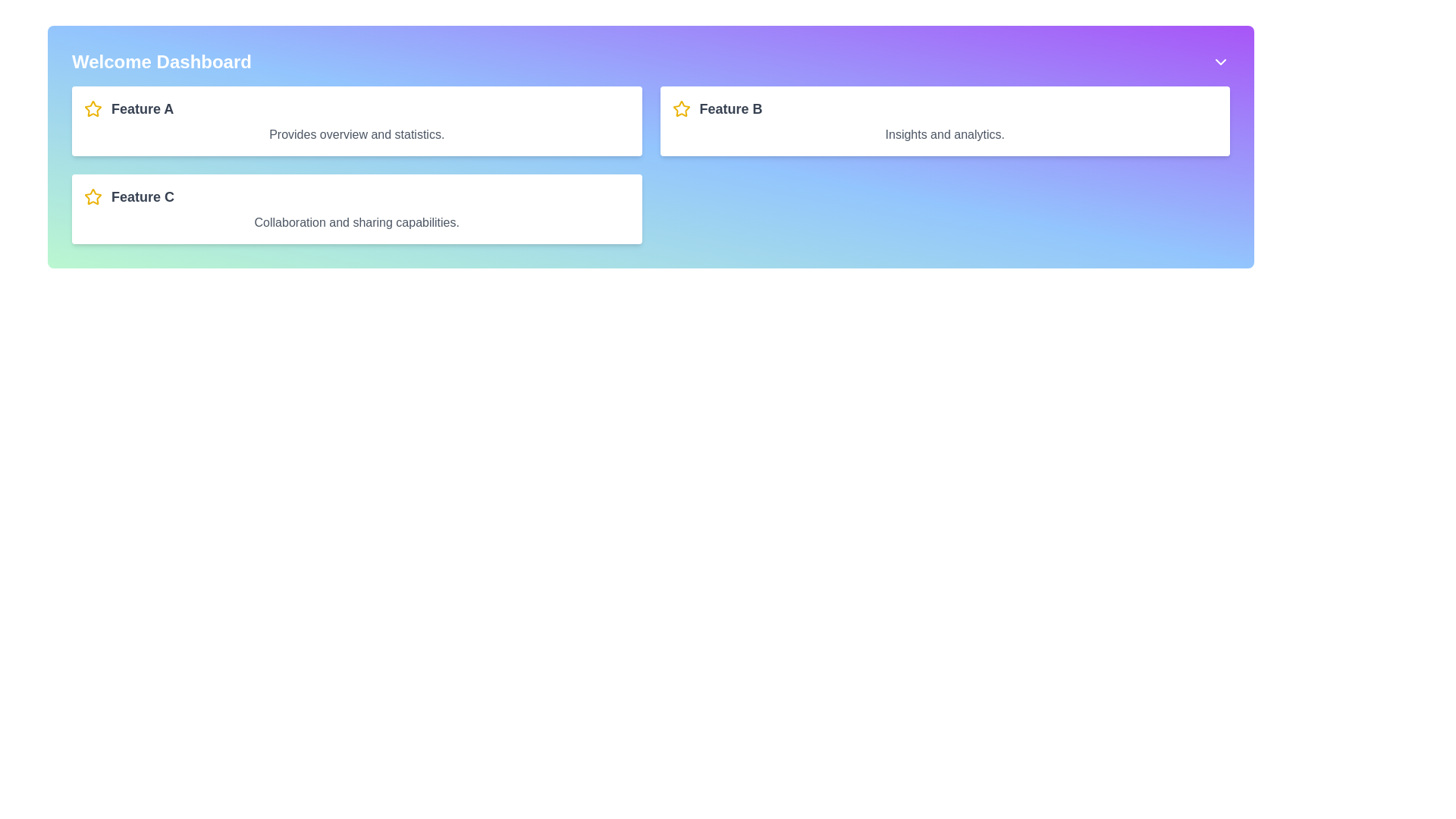  What do you see at coordinates (680, 108) in the screenshot?
I see `the star-shaped golden-yellow icon located at the top-right corner of the 'Feature B' card, to the left of the title 'Feature B'` at bounding box center [680, 108].